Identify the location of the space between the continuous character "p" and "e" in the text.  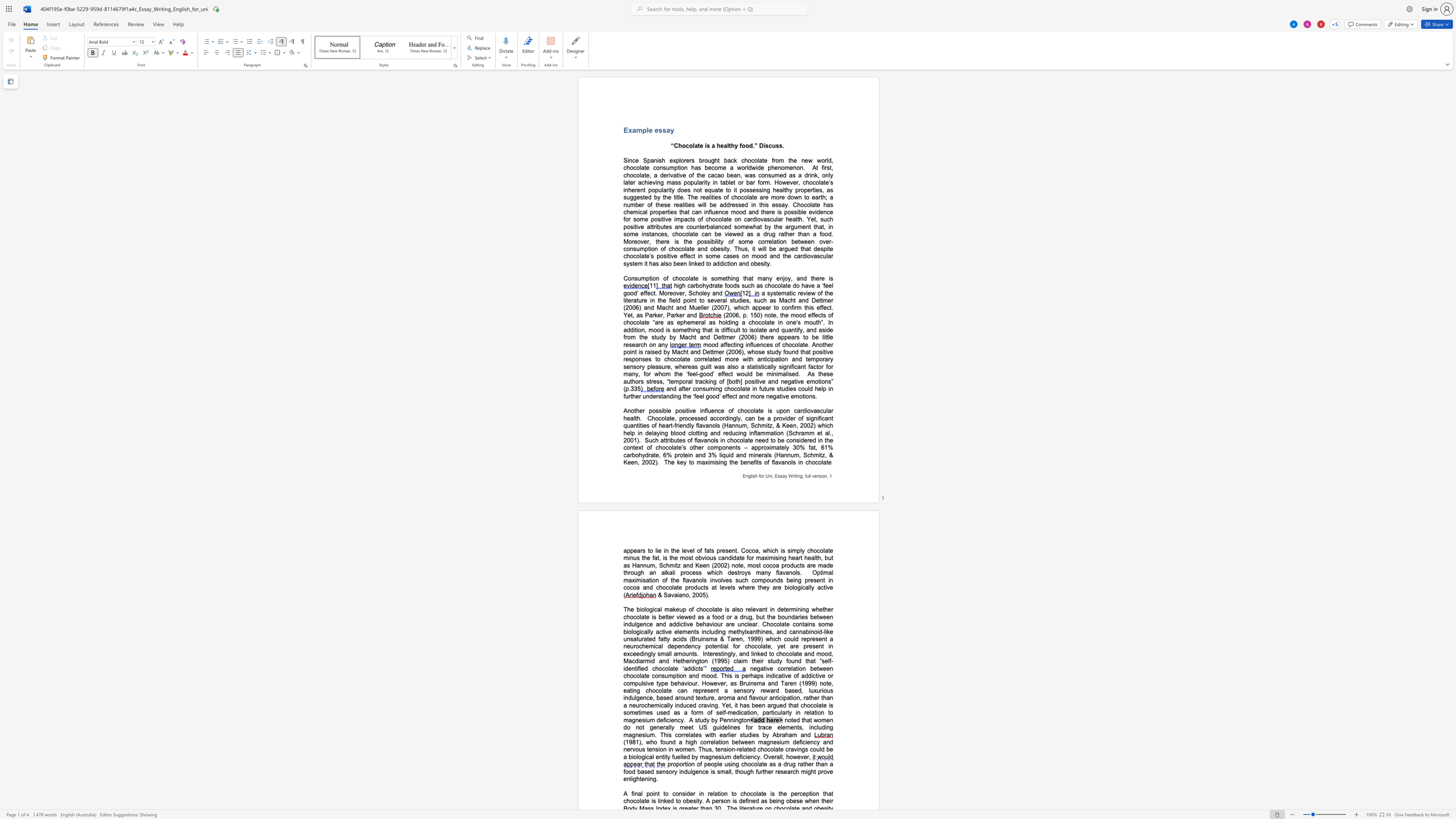
(794, 793).